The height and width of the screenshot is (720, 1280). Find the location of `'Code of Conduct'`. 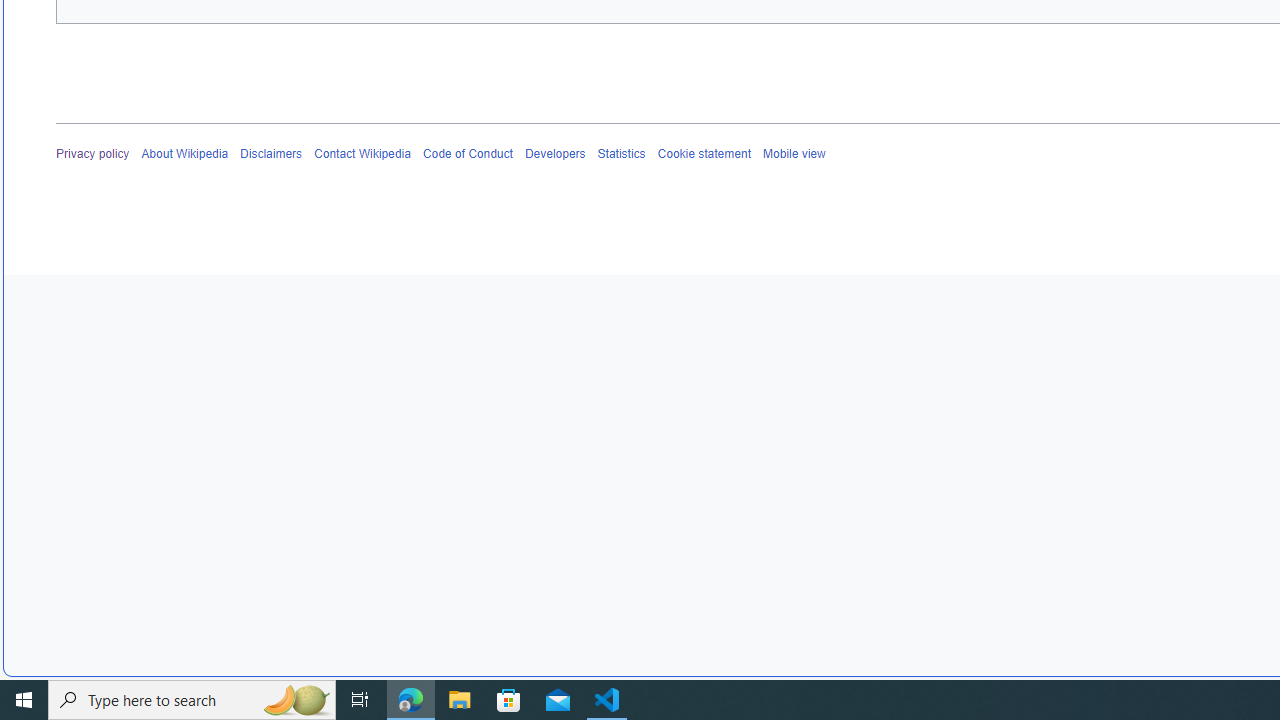

'Code of Conduct' is located at coordinates (466, 153).